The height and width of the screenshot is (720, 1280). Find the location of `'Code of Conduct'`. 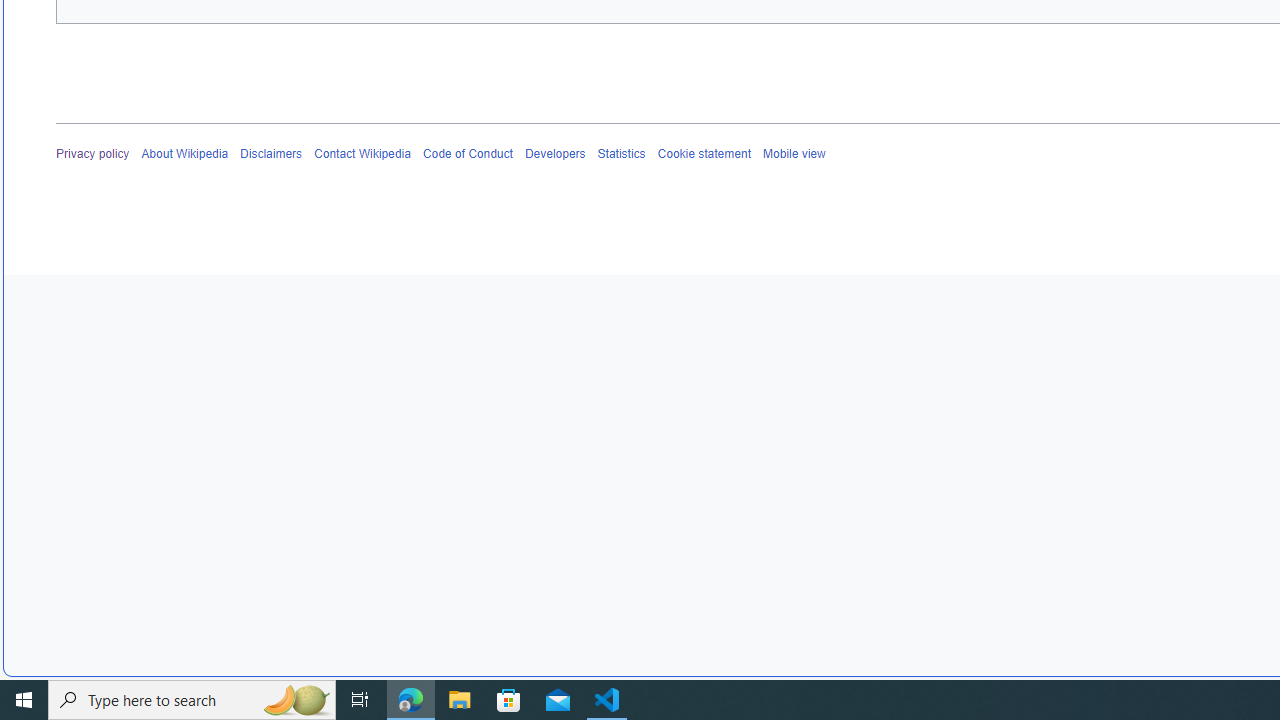

'Code of Conduct' is located at coordinates (466, 153).